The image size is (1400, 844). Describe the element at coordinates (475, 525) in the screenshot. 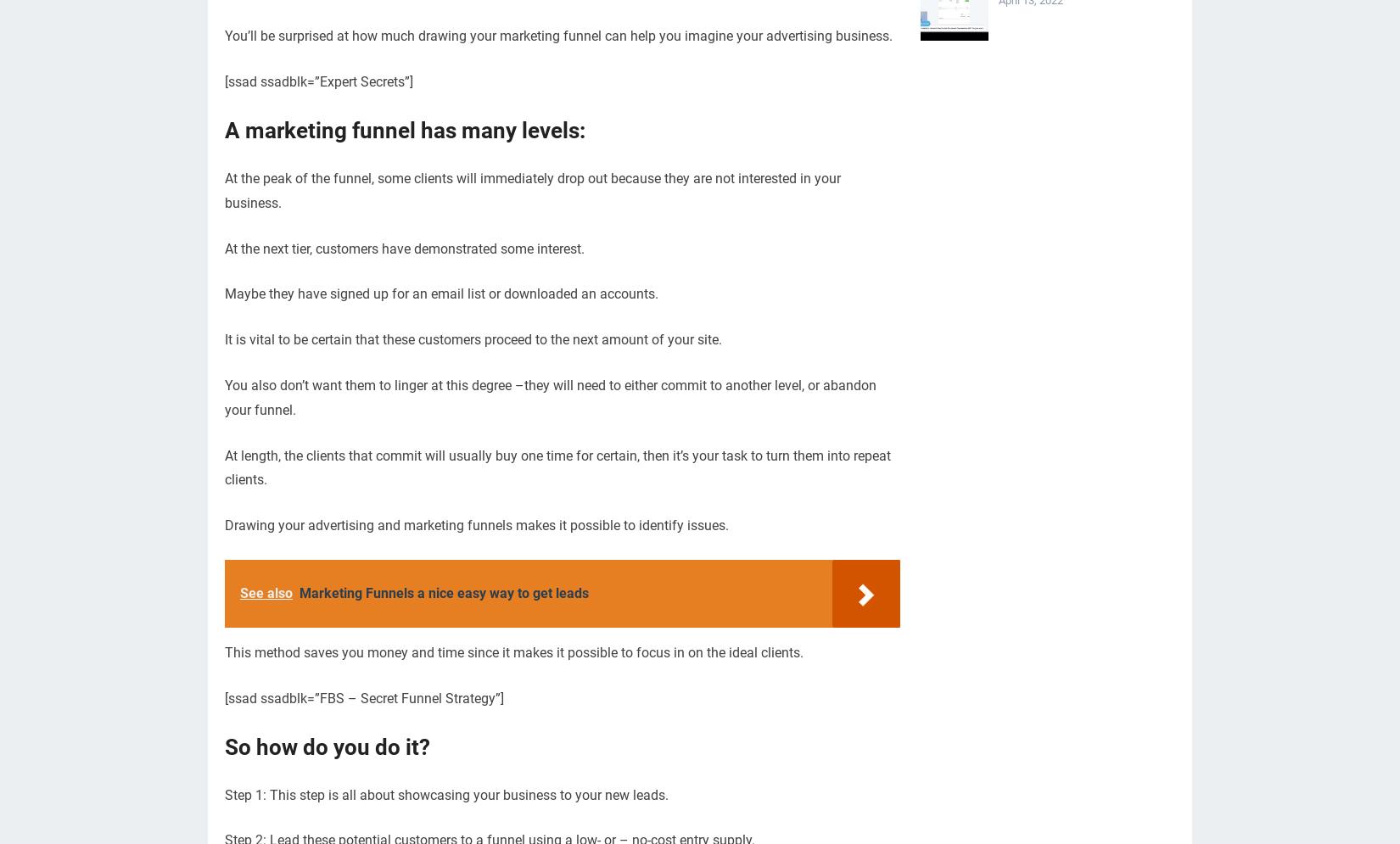

I see `'Drawing your advertising and marketing funnels makes it possible to identify issues.'` at that location.